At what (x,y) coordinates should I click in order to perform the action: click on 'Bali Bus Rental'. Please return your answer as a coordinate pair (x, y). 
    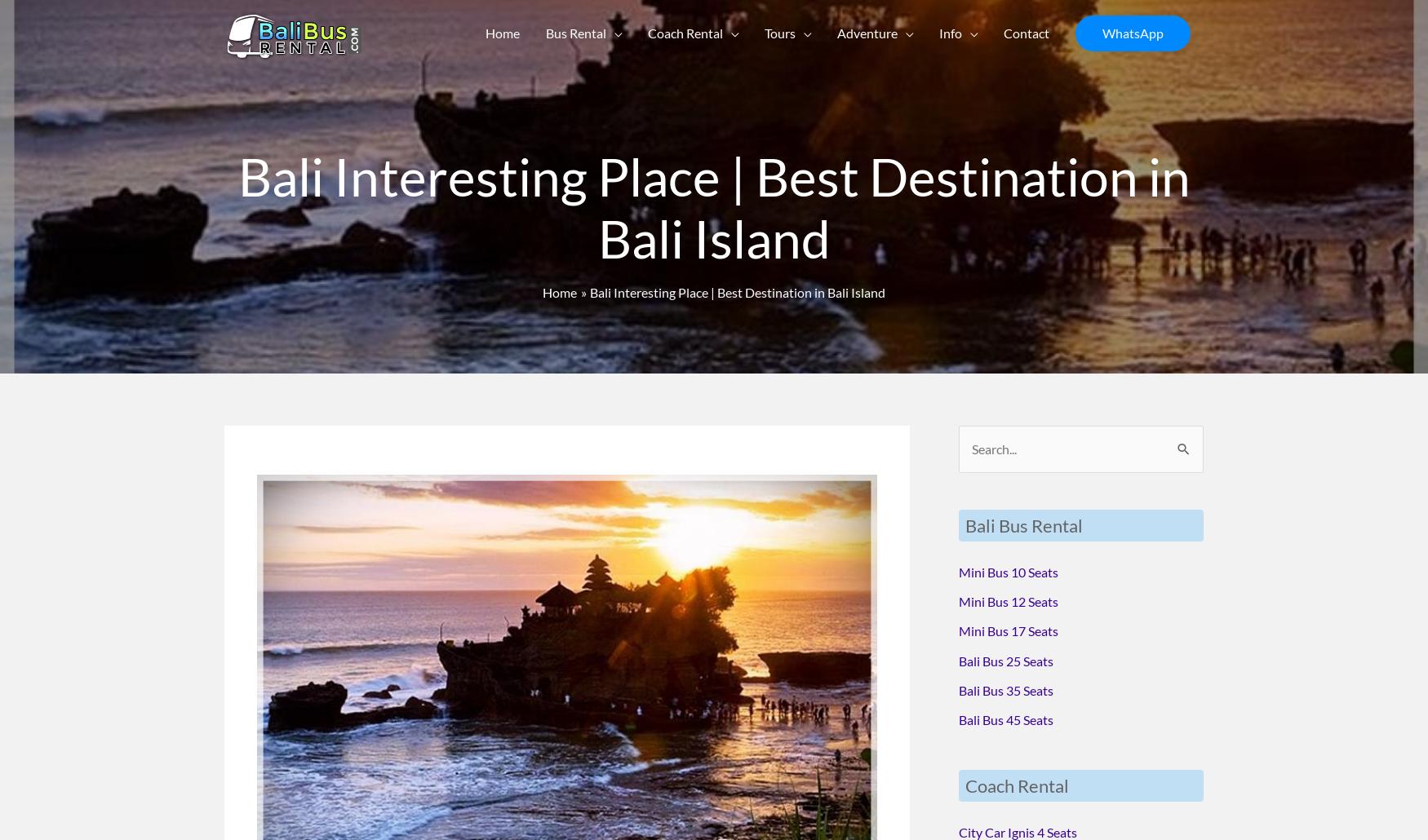
    Looking at the image, I should click on (1022, 524).